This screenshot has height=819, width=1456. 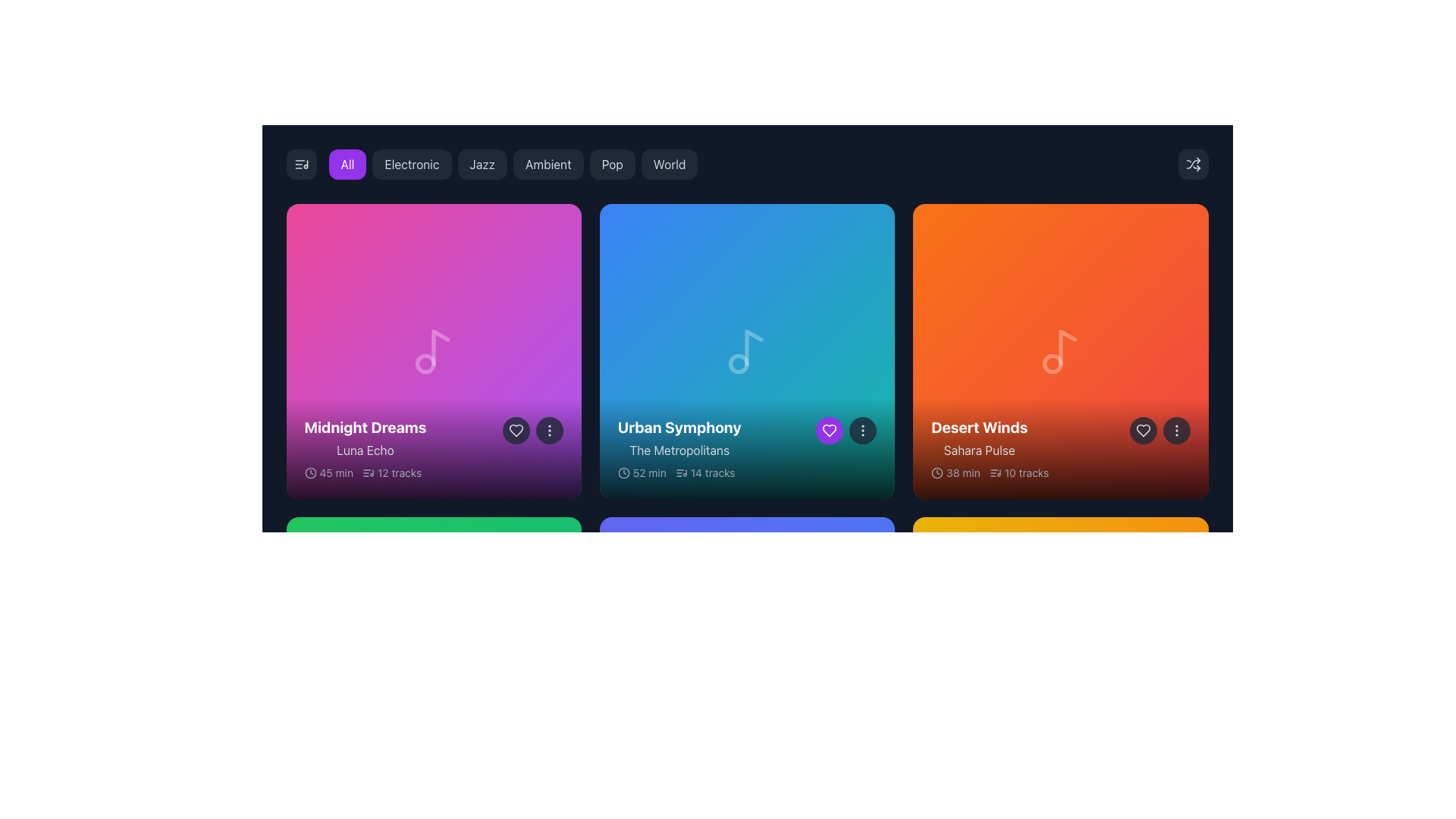 I want to click on the heart-shaped icon button with a circular shape located in the bottom-right corner of the 'Desert Winds' card, so click(x=1143, y=431).